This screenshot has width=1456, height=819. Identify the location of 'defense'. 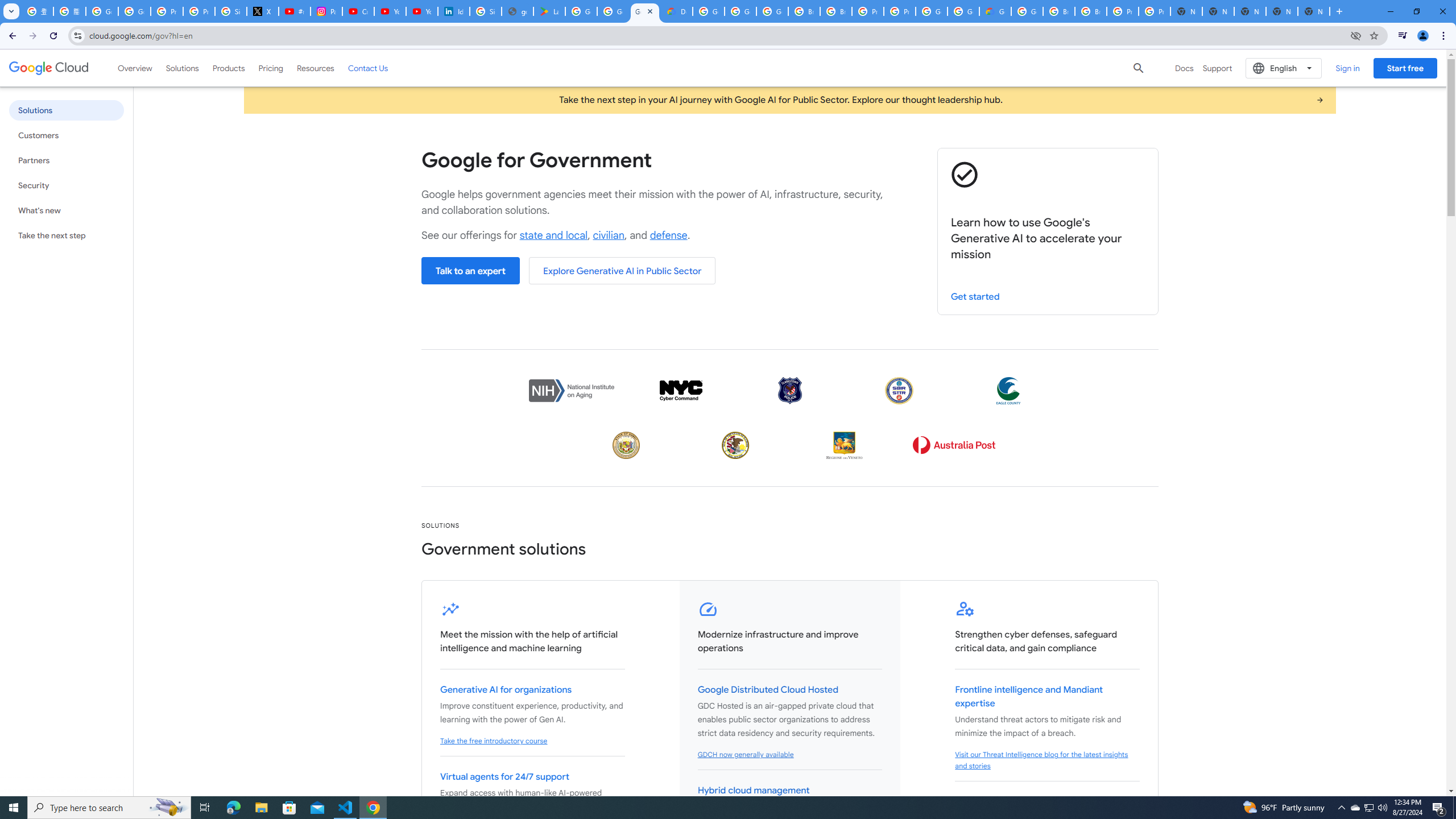
(668, 235).